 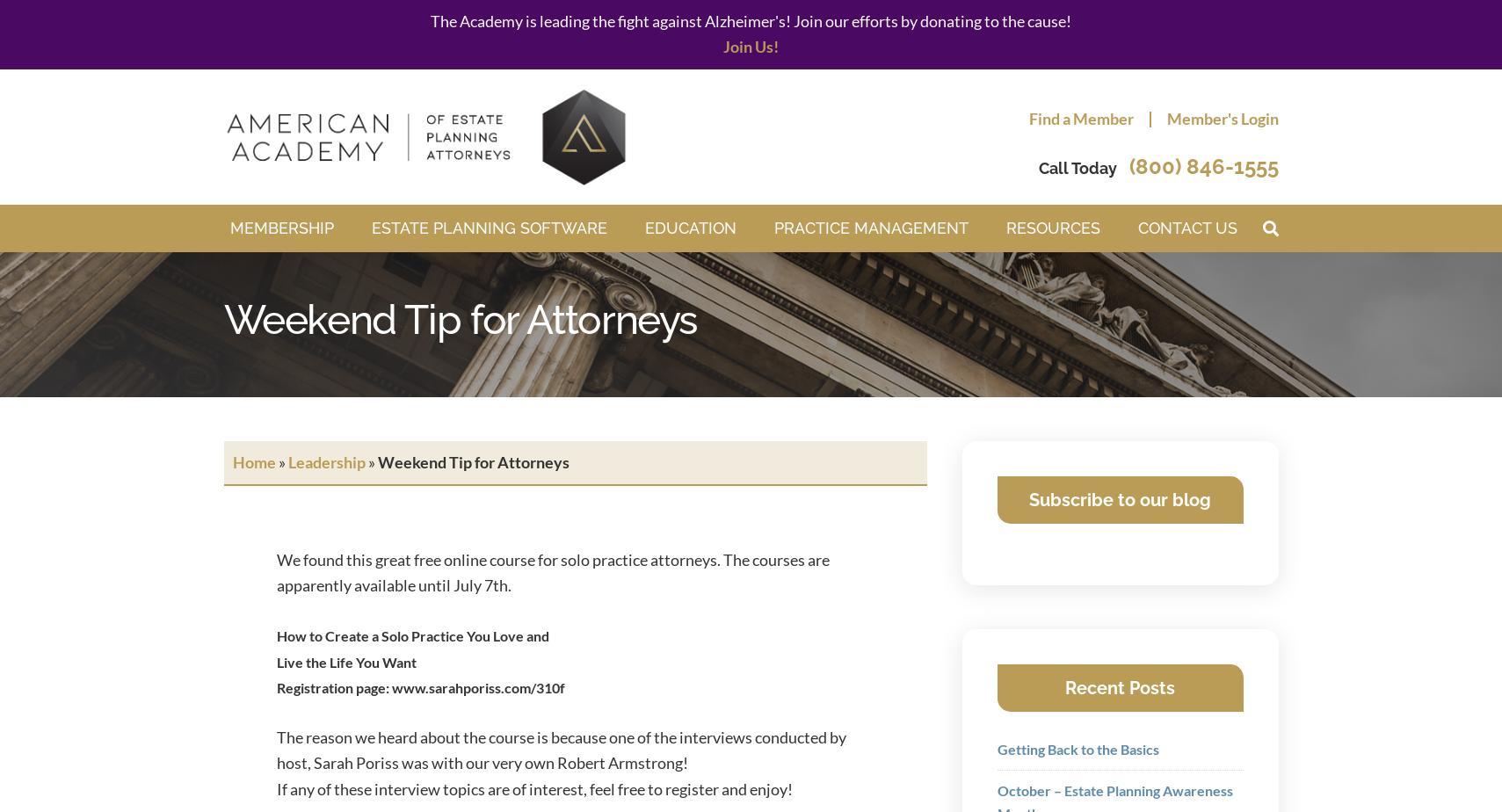 I want to click on 'Home', so click(x=252, y=461).